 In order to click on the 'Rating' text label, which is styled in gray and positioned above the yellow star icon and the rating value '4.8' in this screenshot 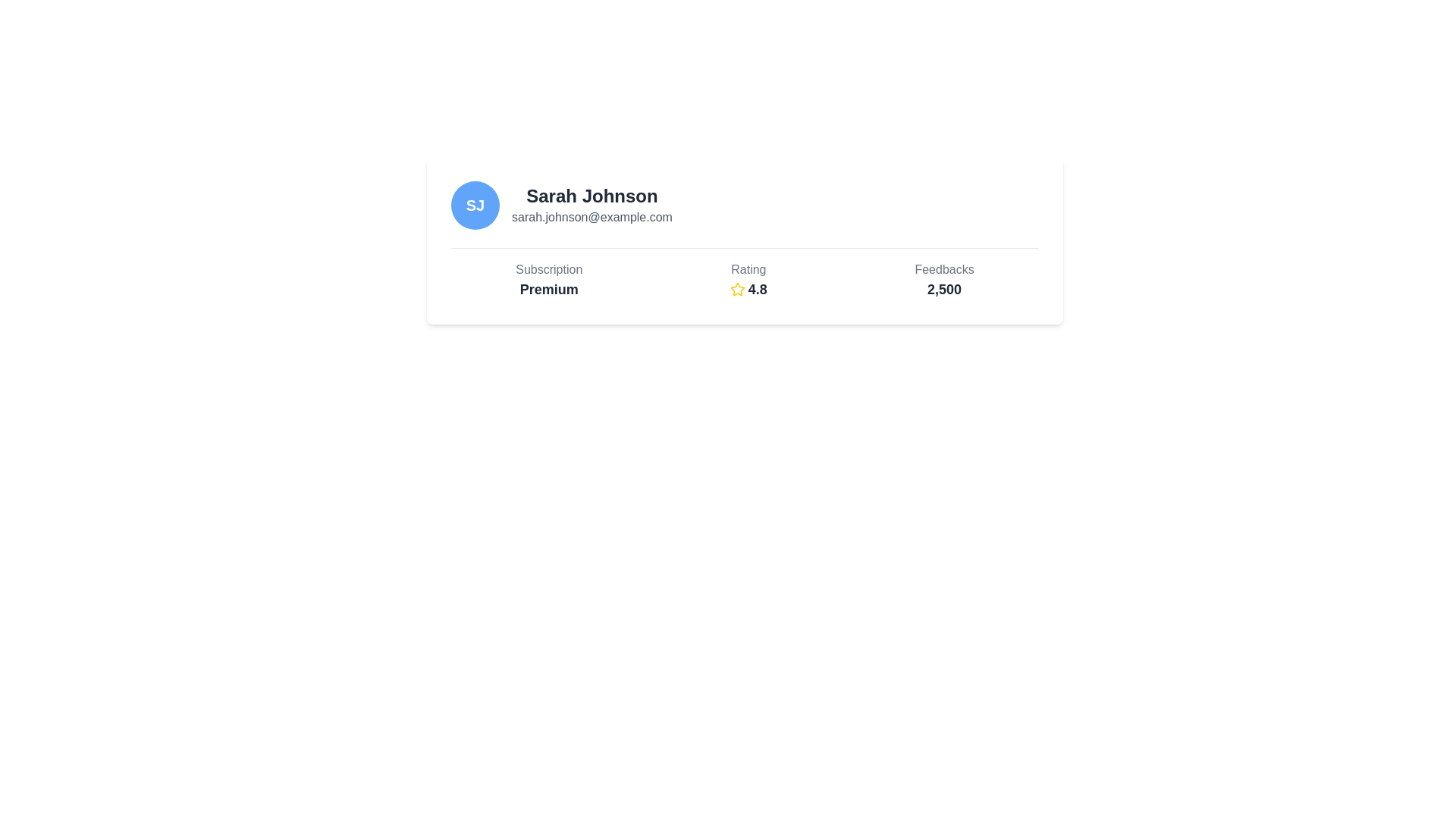, I will do `click(748, 268)`.